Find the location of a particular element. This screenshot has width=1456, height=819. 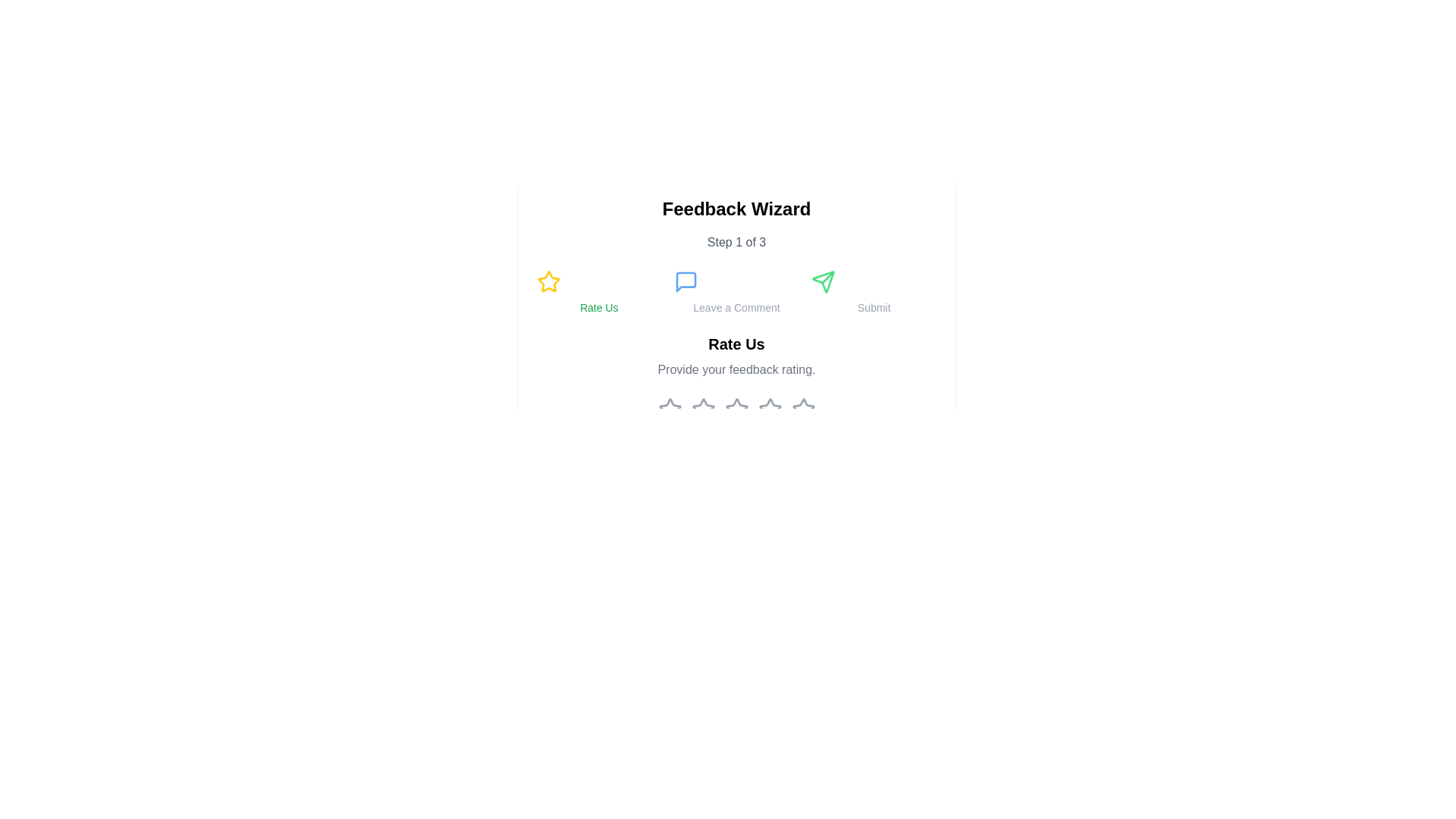

the 5th star icon in the horizontal row beneath the 'Rate Us' heading is located at coordinates (802, 409).